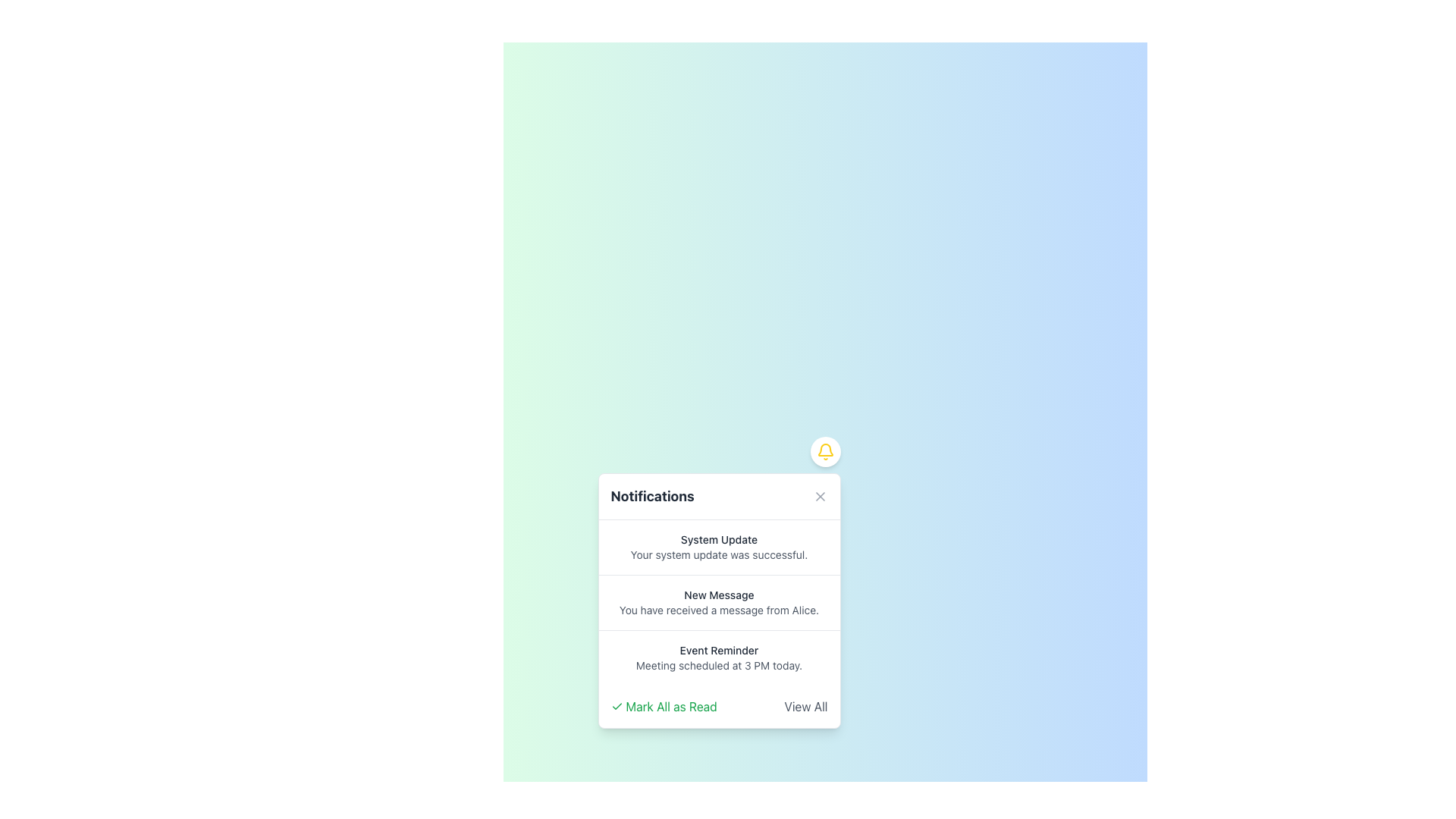 The width and height of the screenshot is (1456, 819). Describe the element at coordinates (664, 707) in the screenshot. I see `the actionable button with an icon and text located to the left side of the bottom area of the notification pop-up to mark all notifications as read` at that location.